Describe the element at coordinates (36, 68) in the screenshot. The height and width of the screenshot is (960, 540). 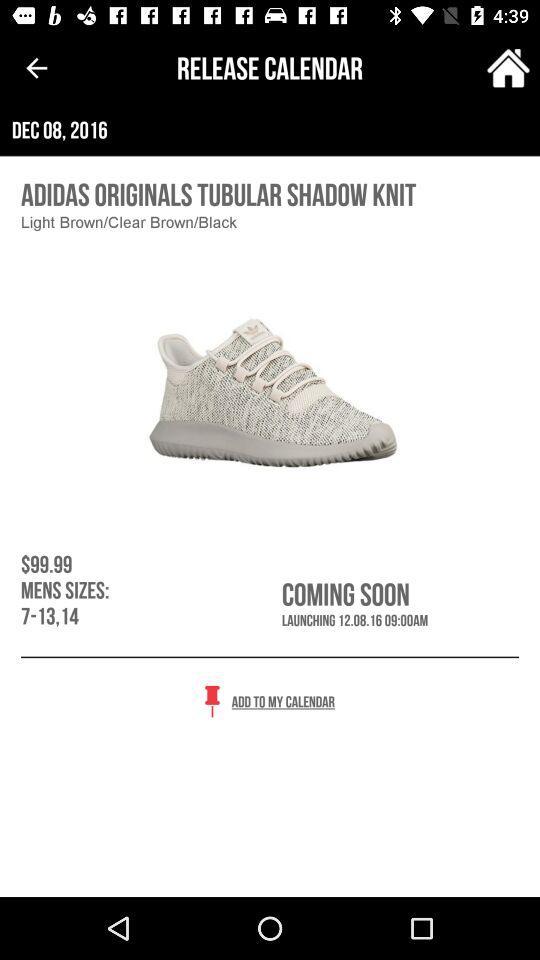
I see `the item above dec 08, 2016 icon` at that location.